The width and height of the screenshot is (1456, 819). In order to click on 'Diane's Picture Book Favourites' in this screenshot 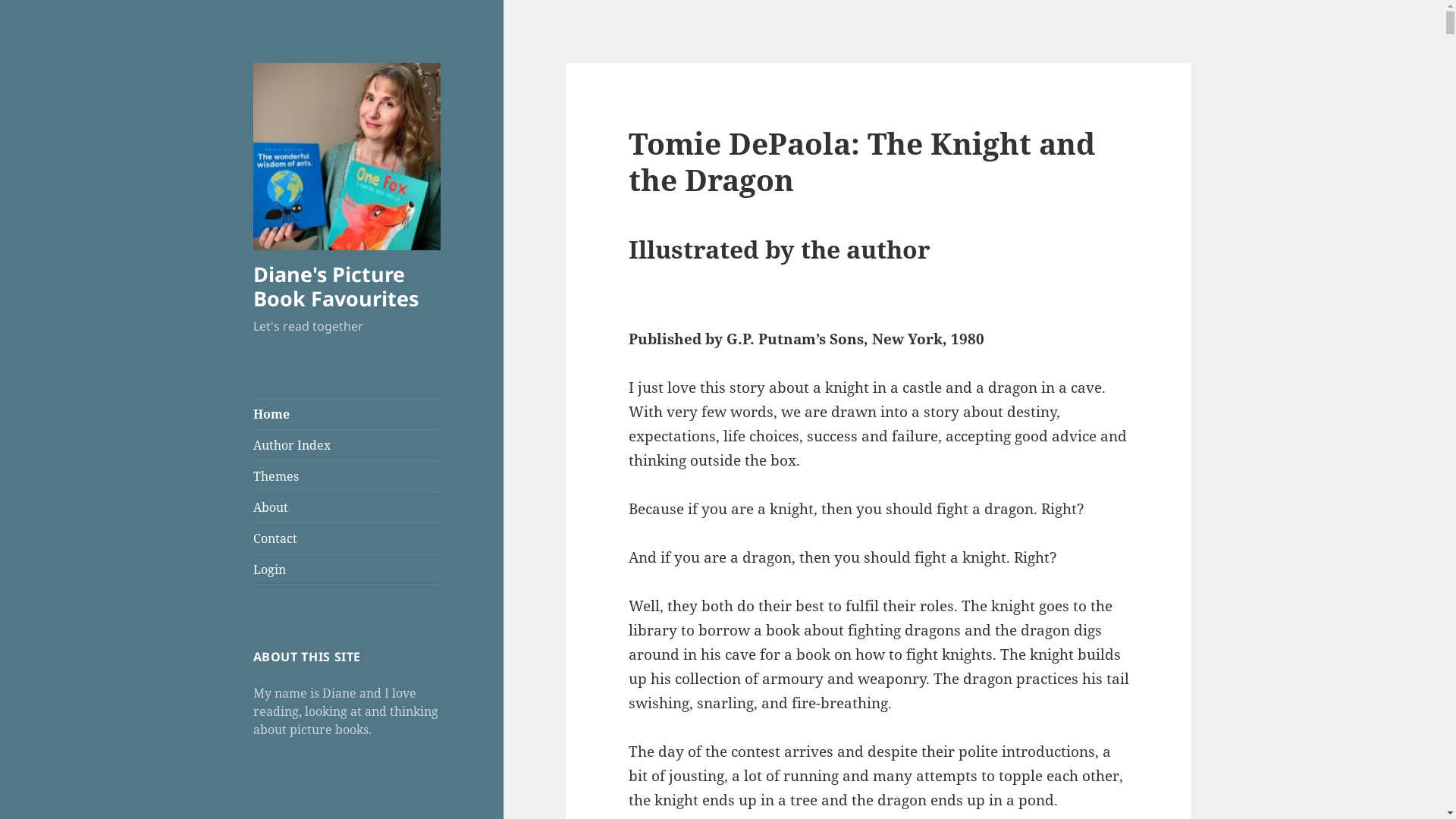, I will do `click(334, 286)`.